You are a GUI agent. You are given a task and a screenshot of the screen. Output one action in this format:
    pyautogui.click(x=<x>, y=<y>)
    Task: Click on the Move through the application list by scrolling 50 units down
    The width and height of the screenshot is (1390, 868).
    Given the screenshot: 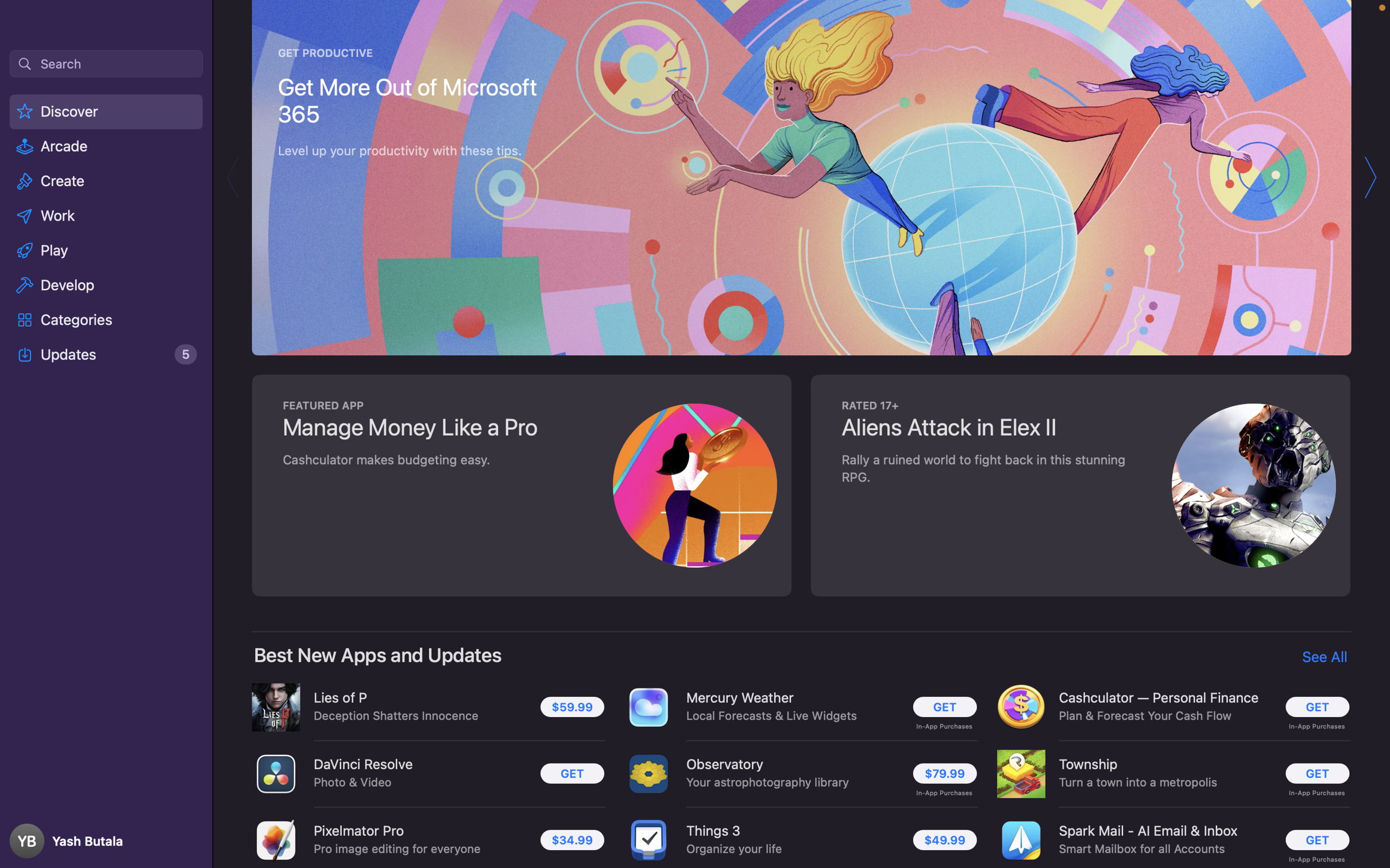 What is the action you would take?
    pyautogui.click(x=802, y=434)
    